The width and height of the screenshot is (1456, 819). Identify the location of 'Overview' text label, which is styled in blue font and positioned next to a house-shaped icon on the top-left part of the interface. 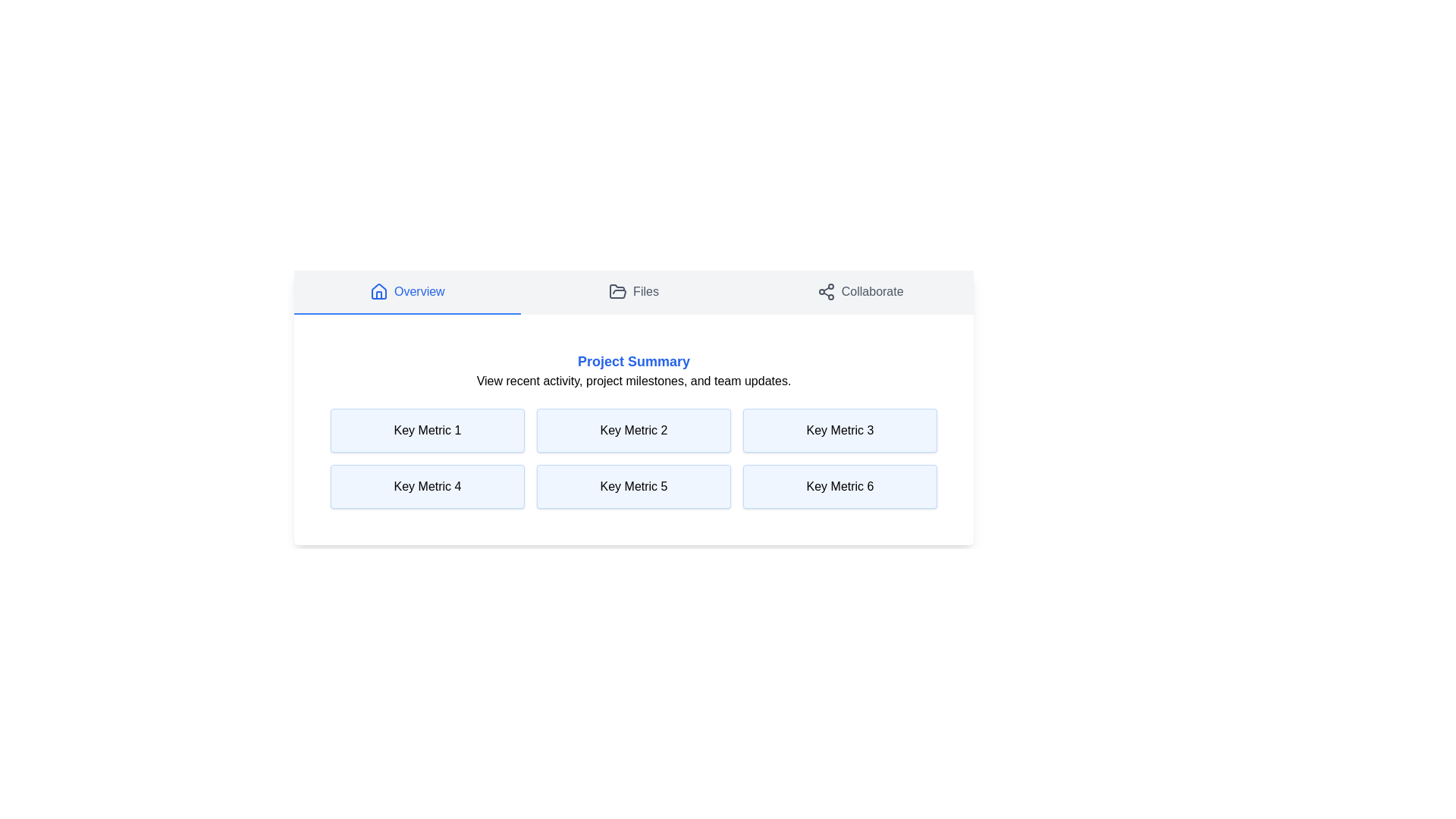
(419, 292).